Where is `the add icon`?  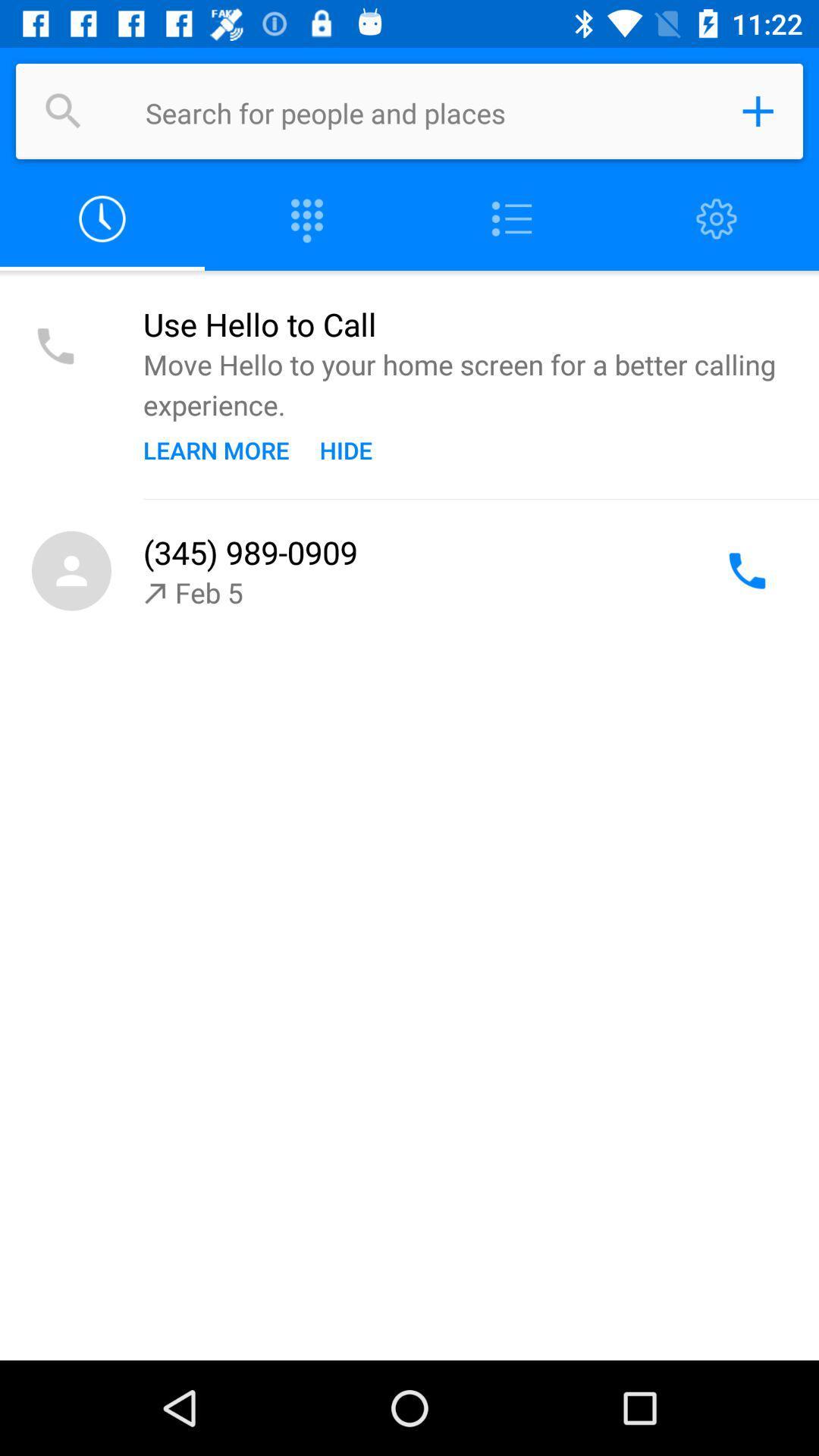 the add icon is located at coordinates (758, 111).